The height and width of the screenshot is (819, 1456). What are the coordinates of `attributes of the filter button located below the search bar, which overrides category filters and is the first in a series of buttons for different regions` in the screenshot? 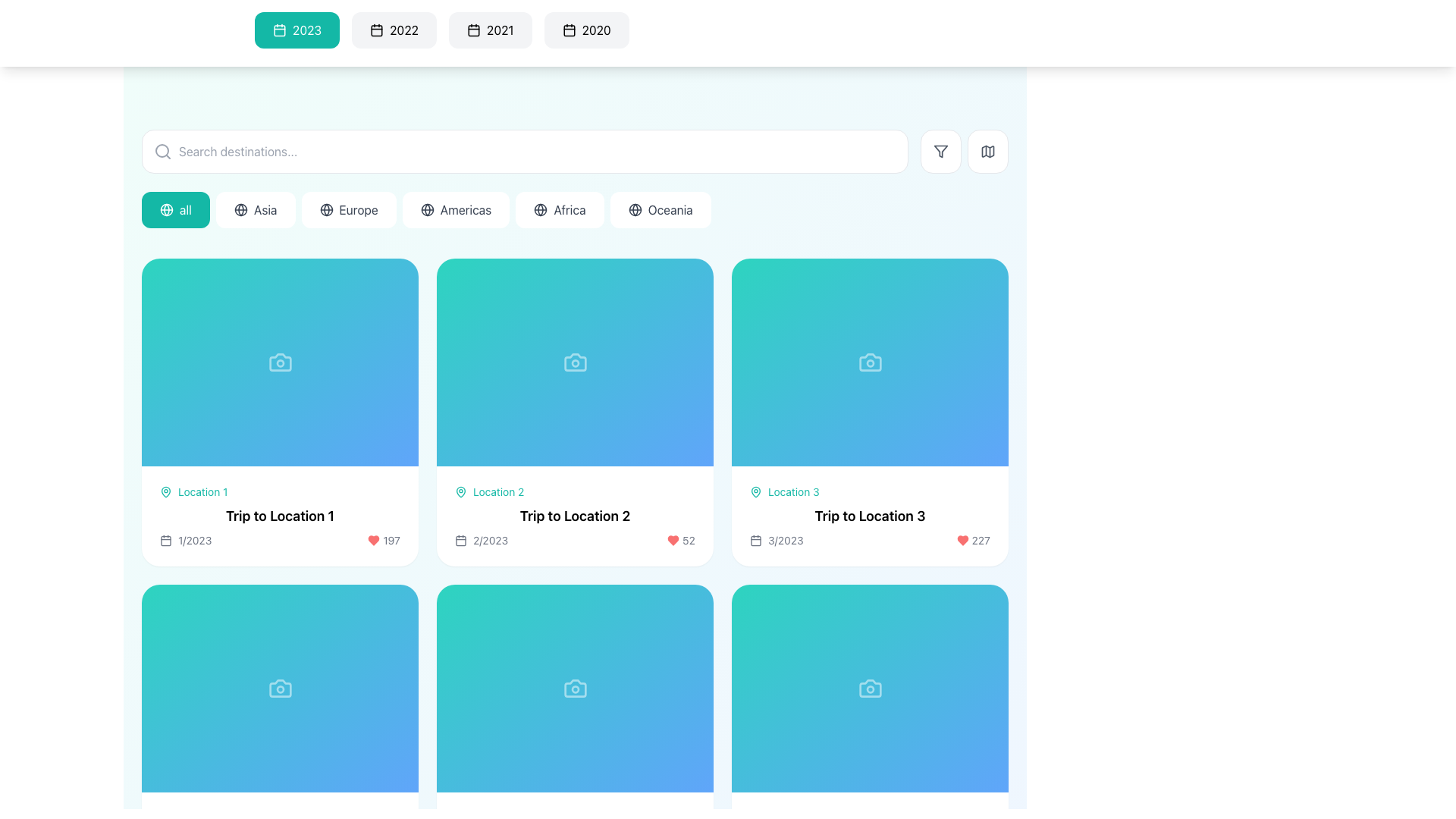 It's located at (175, 210).